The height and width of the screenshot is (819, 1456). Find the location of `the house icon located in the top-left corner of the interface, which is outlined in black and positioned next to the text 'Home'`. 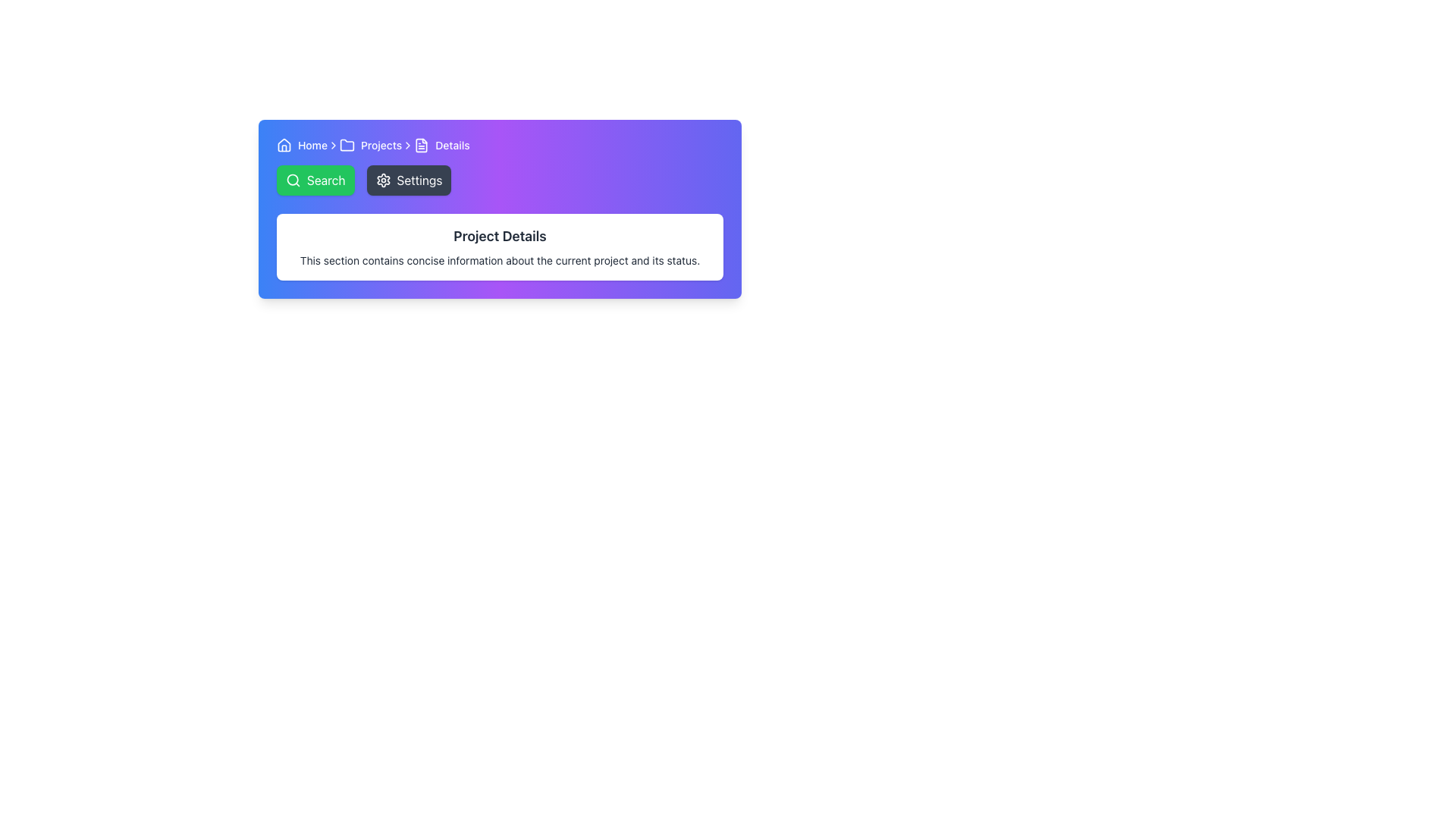

the house icon located in the top-left corner of the interface, which is outlined in black and positioned next to the text 'Home' is located at coordinates (284, 146).